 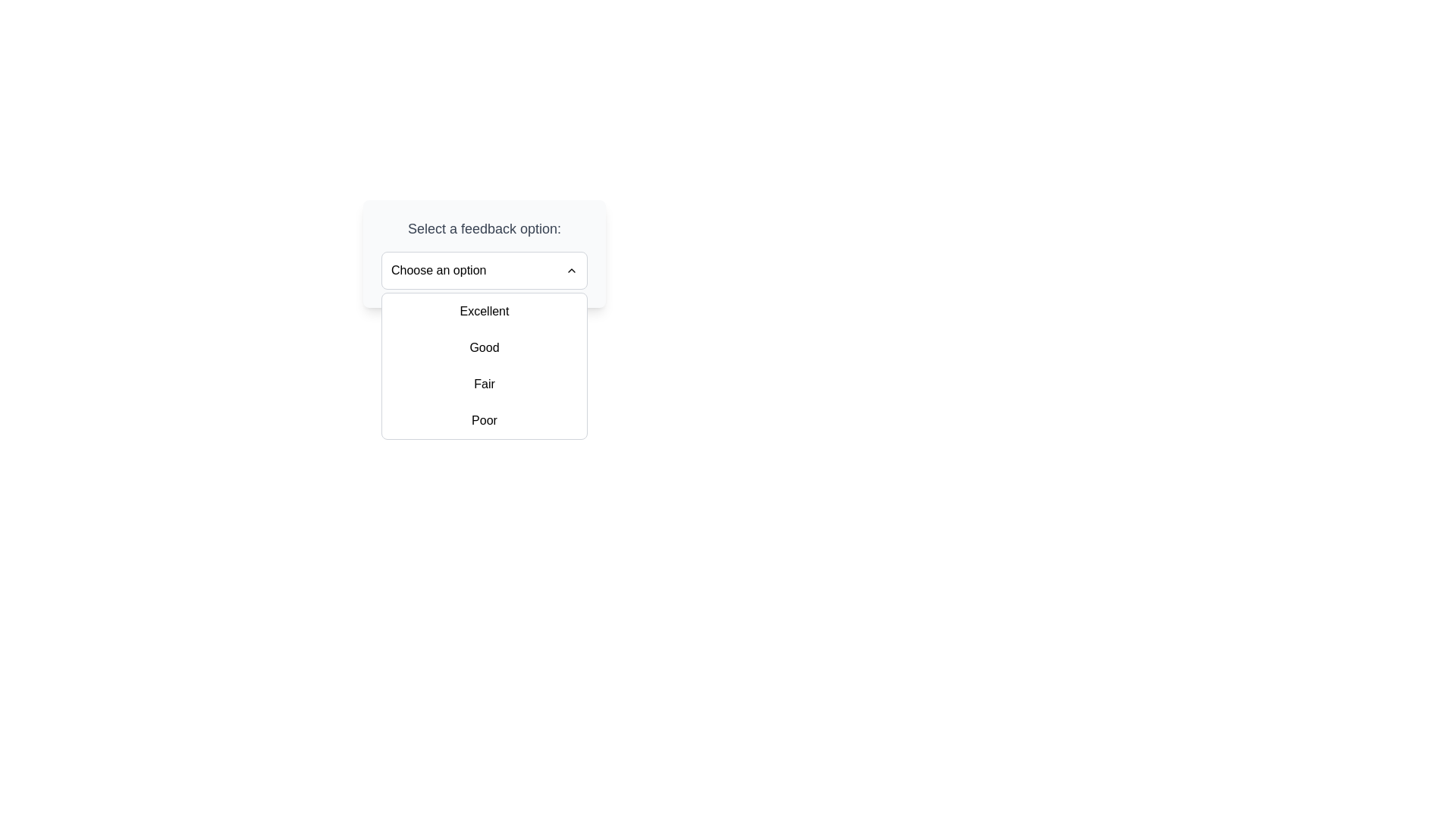 What do you see at coordinates (483, 228) in the screenshot?
I see `the static text label that provides instructions for selecting a feedback option from the dropdown menu, located directly above the dropdown` at bounding box center [483, 228].